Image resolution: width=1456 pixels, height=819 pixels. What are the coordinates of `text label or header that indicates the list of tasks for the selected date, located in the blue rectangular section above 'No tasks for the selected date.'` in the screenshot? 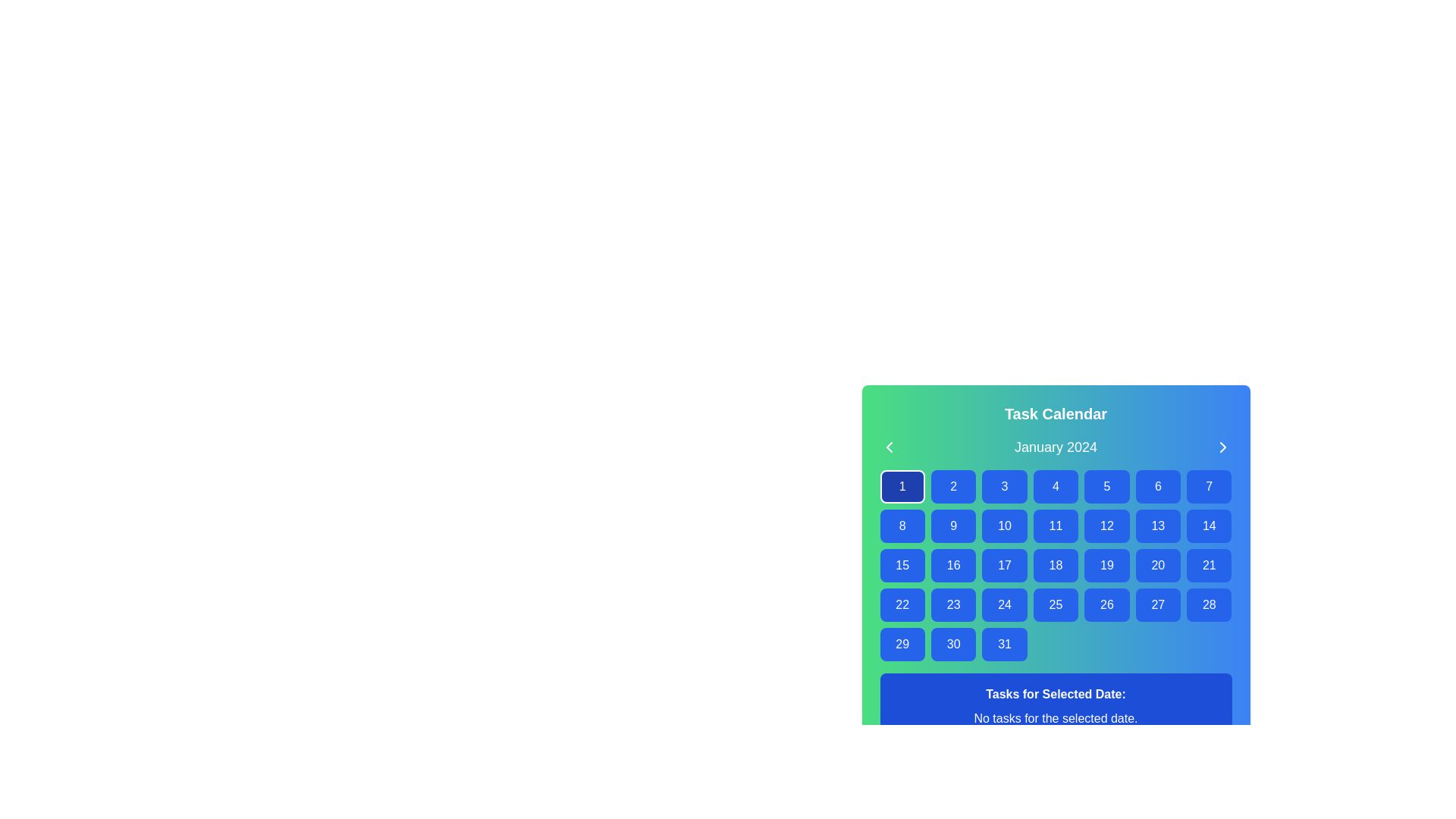 It's located at (1055, 694).